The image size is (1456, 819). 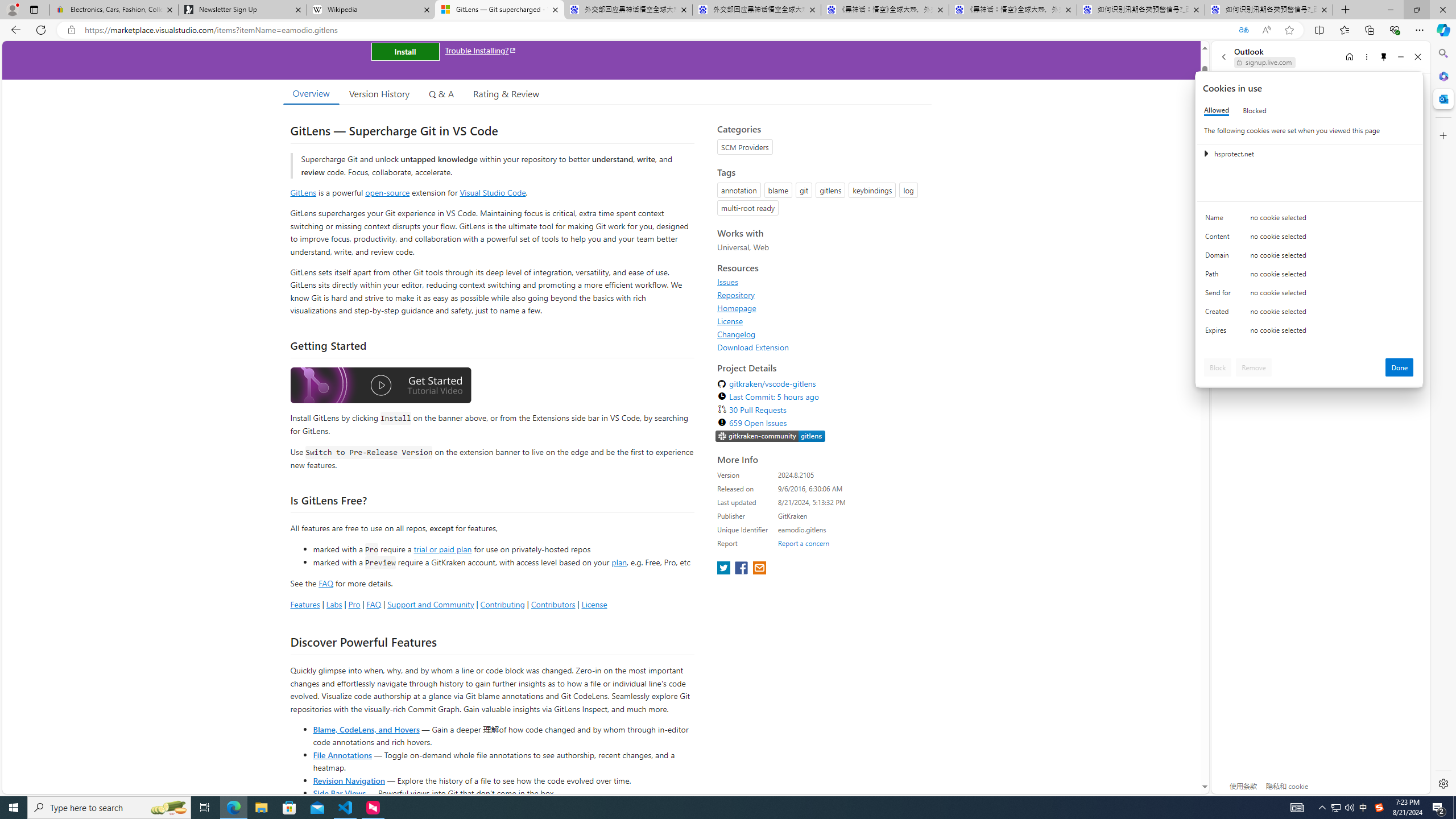 I want to click on 'Remove', so click(x=1254, y=367).